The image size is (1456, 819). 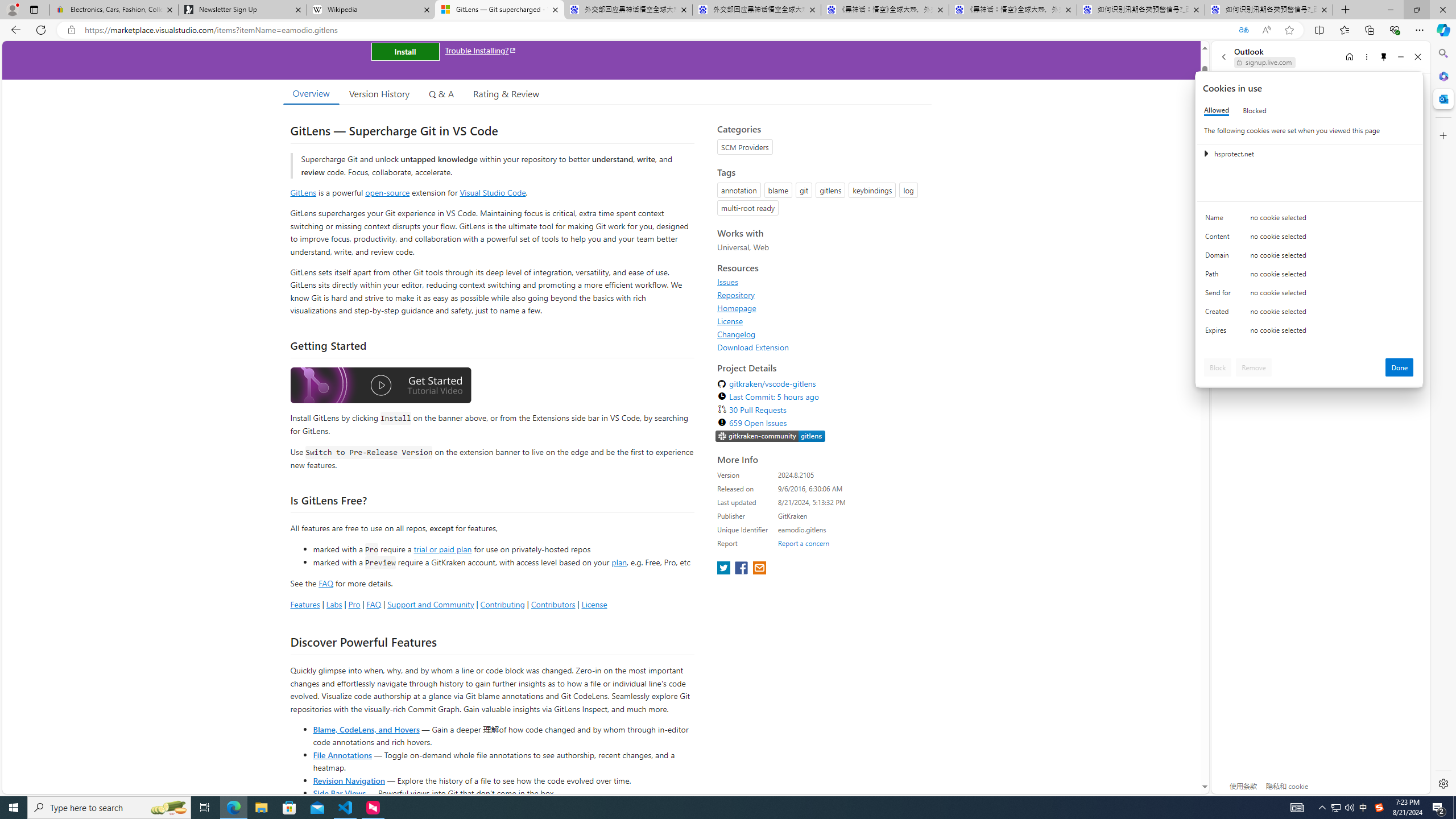 I want to click on 'Remove', so click(x=1254, y=367).